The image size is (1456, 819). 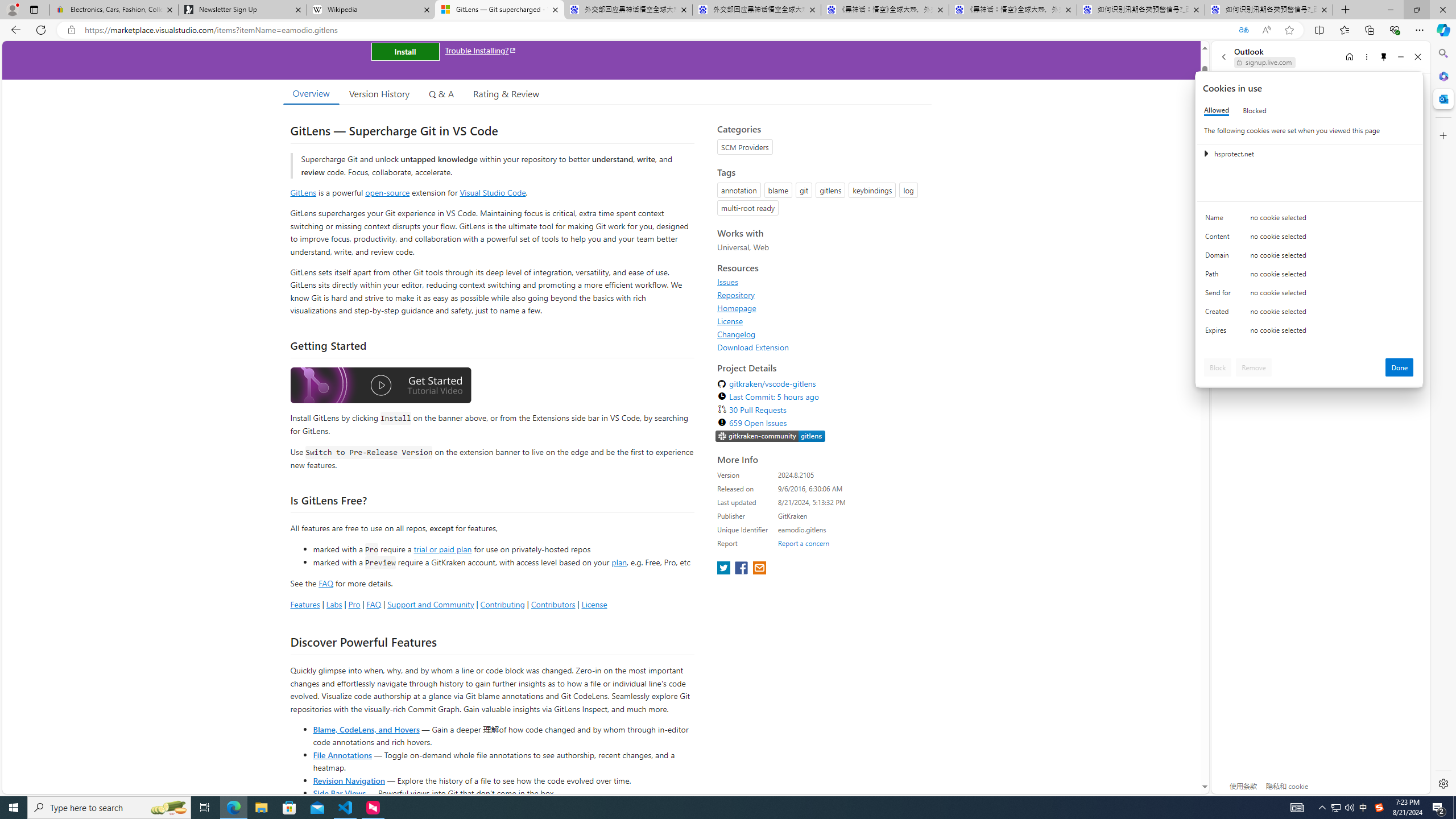 I want to click on 'Remove', so click(x=1254, y=367).